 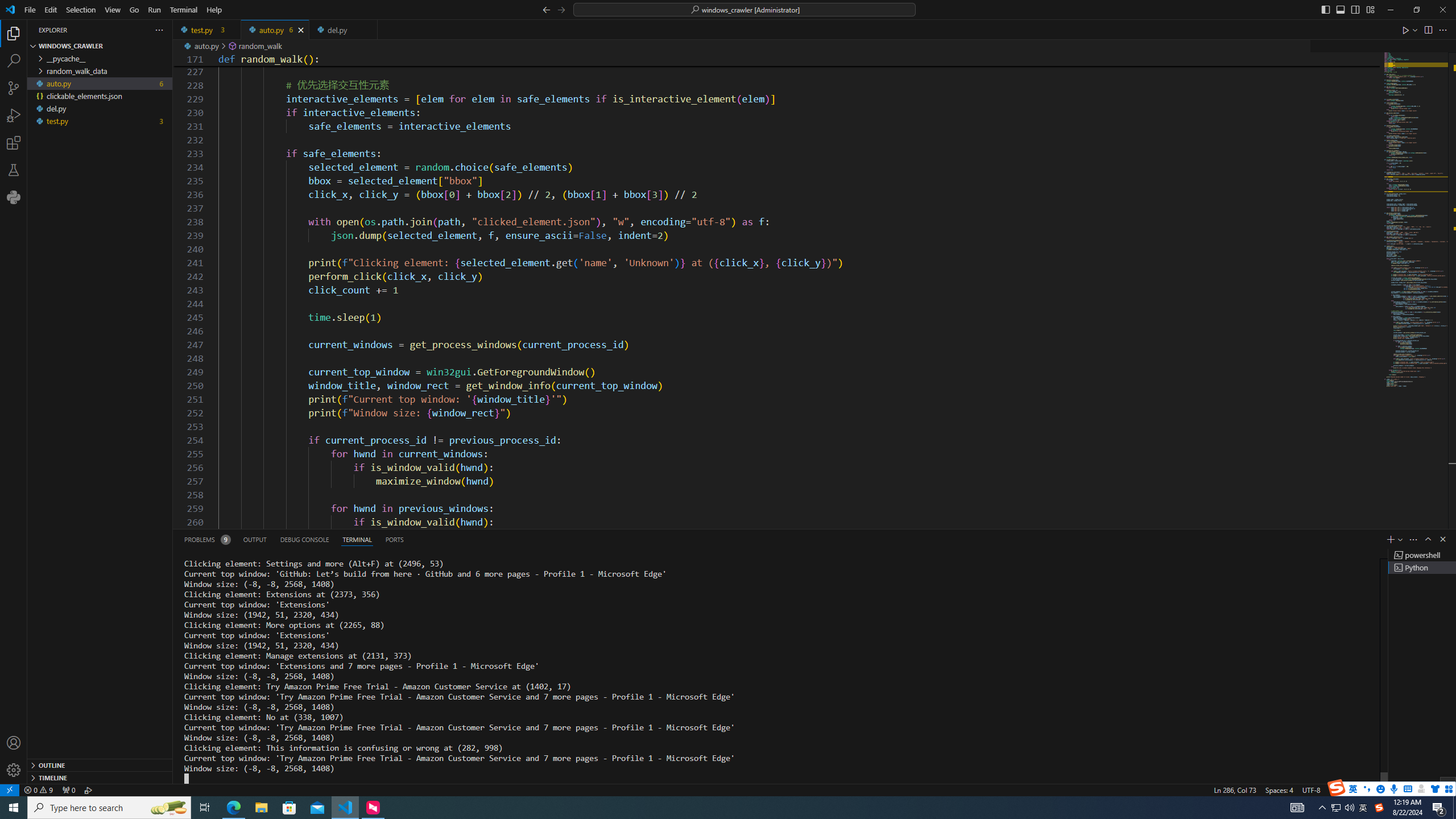 What do you see at coordinates (206, 539) in the screenshot?
I see `'Problems (Ctrl+Shift+M) - Total 9 Problems'` at bounding box center [206, 539].